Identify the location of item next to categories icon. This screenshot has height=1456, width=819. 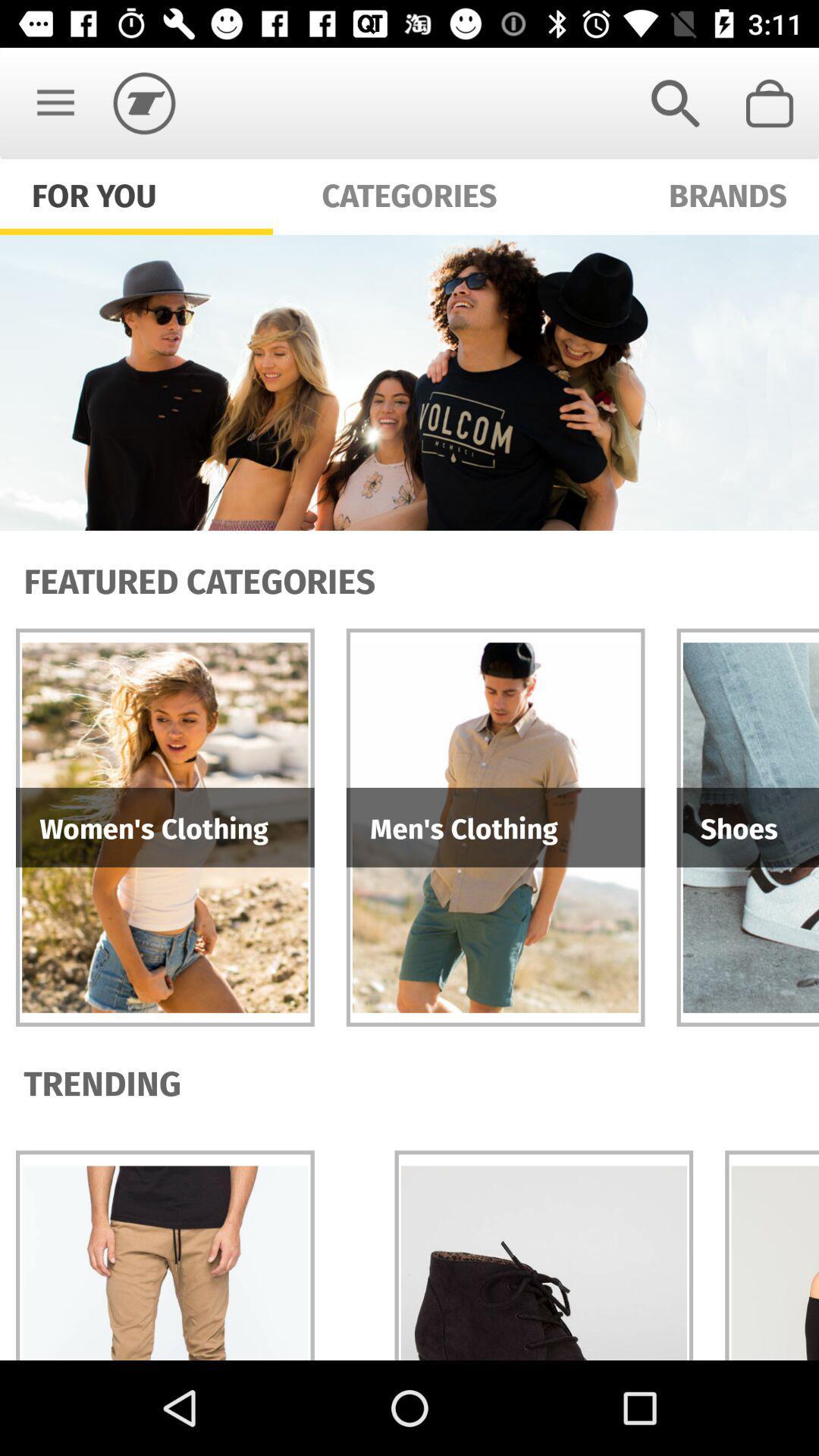
(675, 102).